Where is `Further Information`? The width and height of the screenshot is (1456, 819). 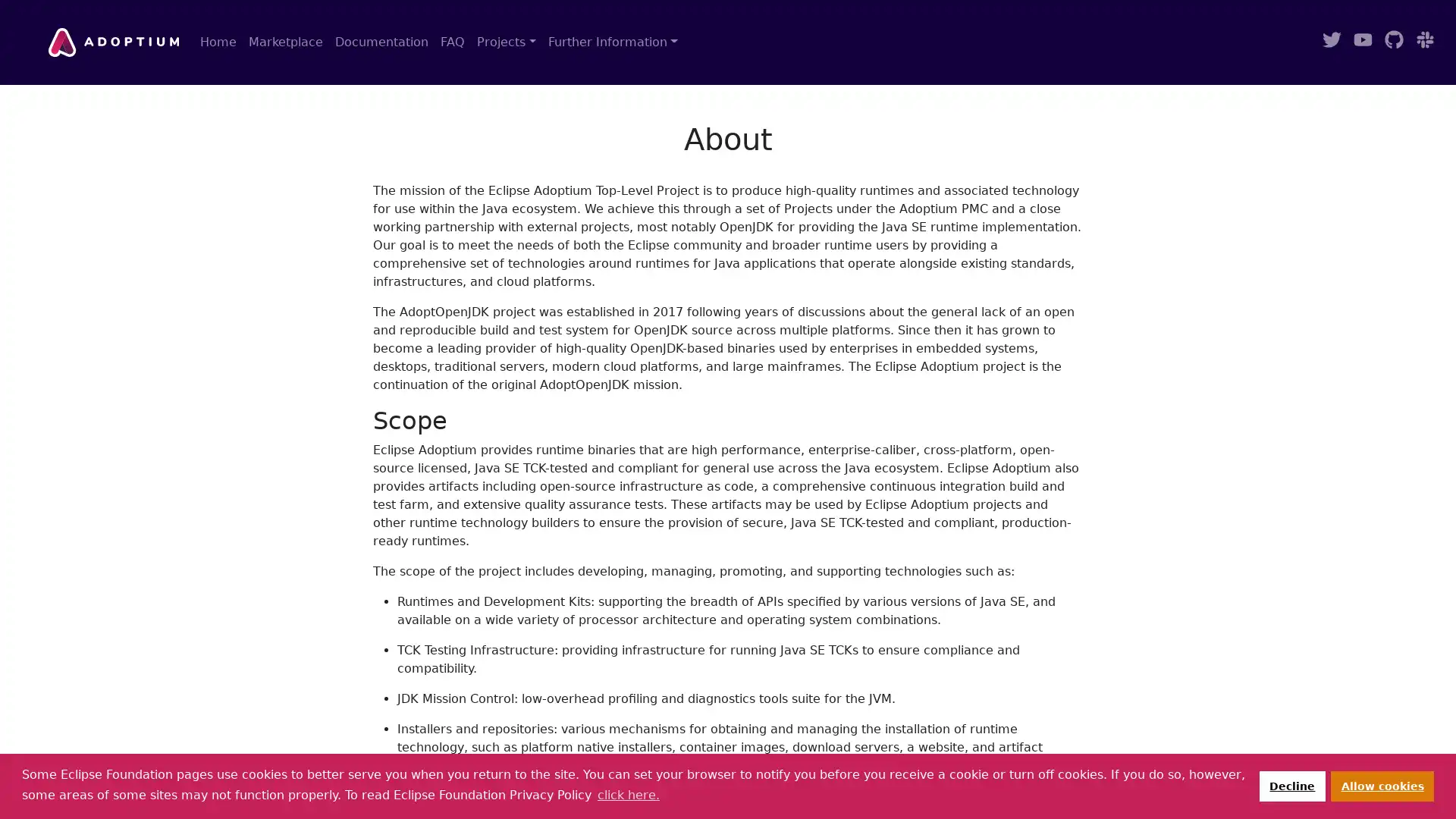
Further Information is located at coordinates (612, 42).